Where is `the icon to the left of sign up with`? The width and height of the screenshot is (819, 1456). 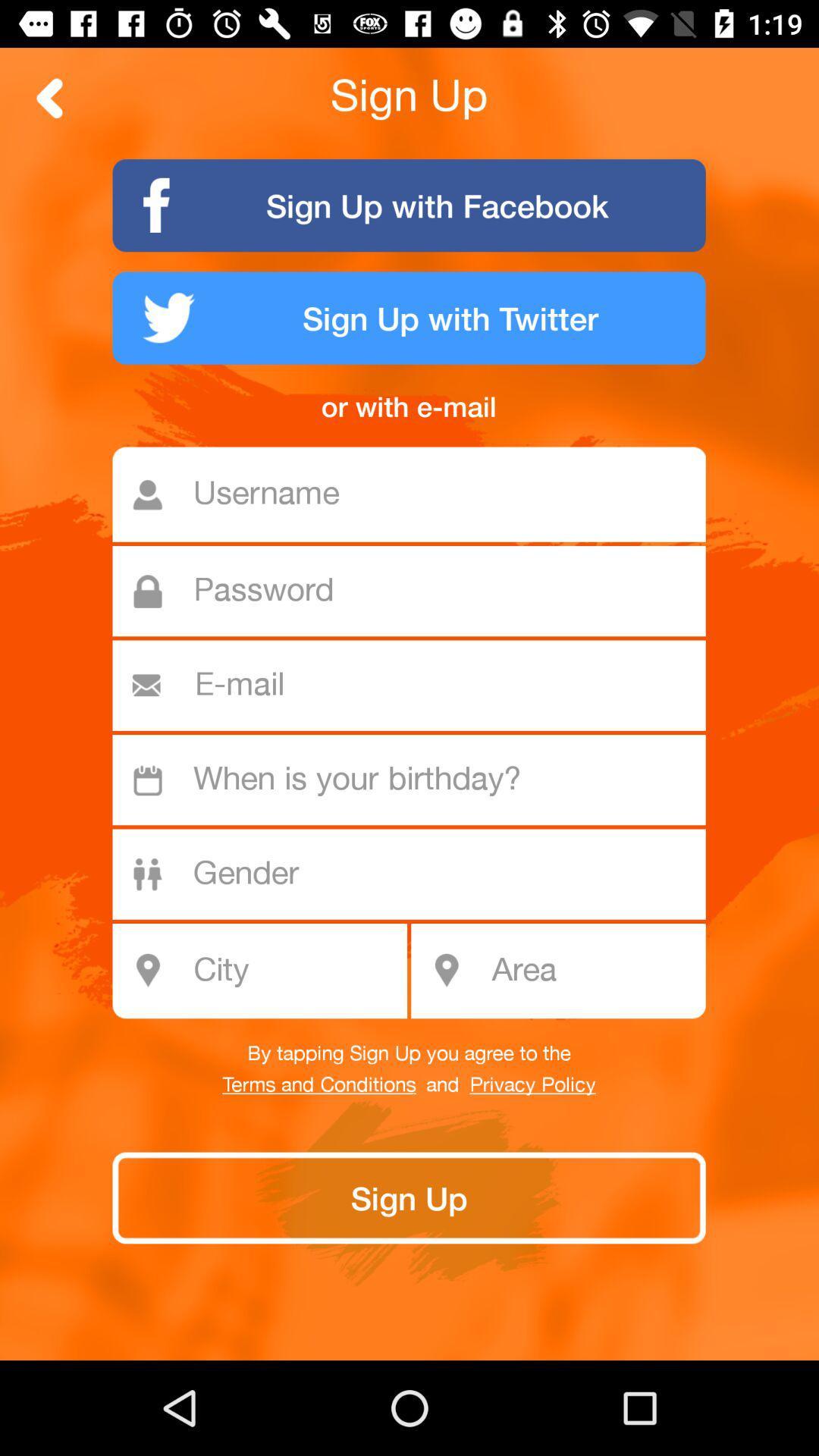 the icon to the left of sign up with is located at coordinates (49, 97).